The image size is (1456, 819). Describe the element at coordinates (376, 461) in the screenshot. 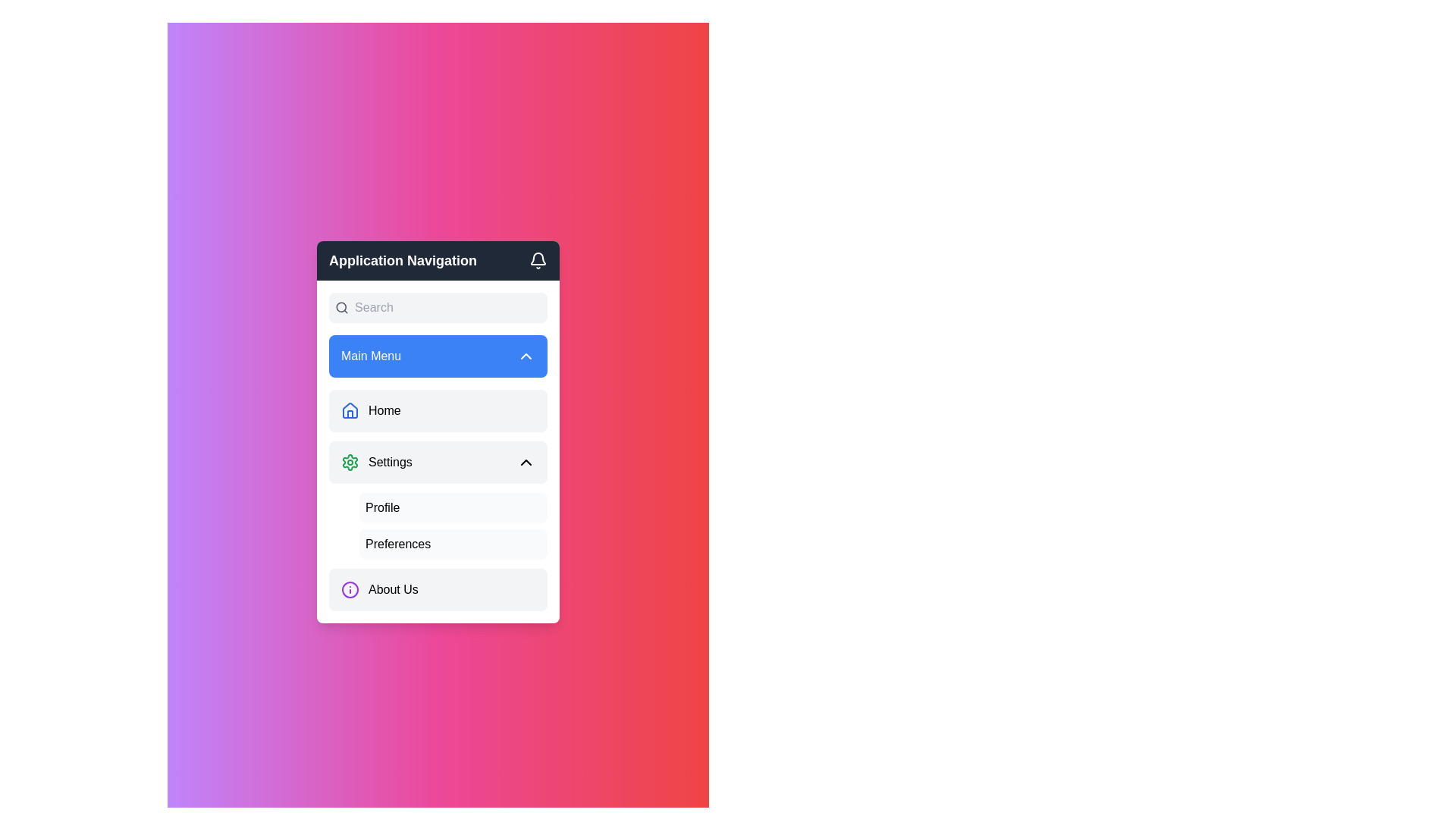

I see `the 'Settings' menu item, which features a green gear icon and bold text` at that location.